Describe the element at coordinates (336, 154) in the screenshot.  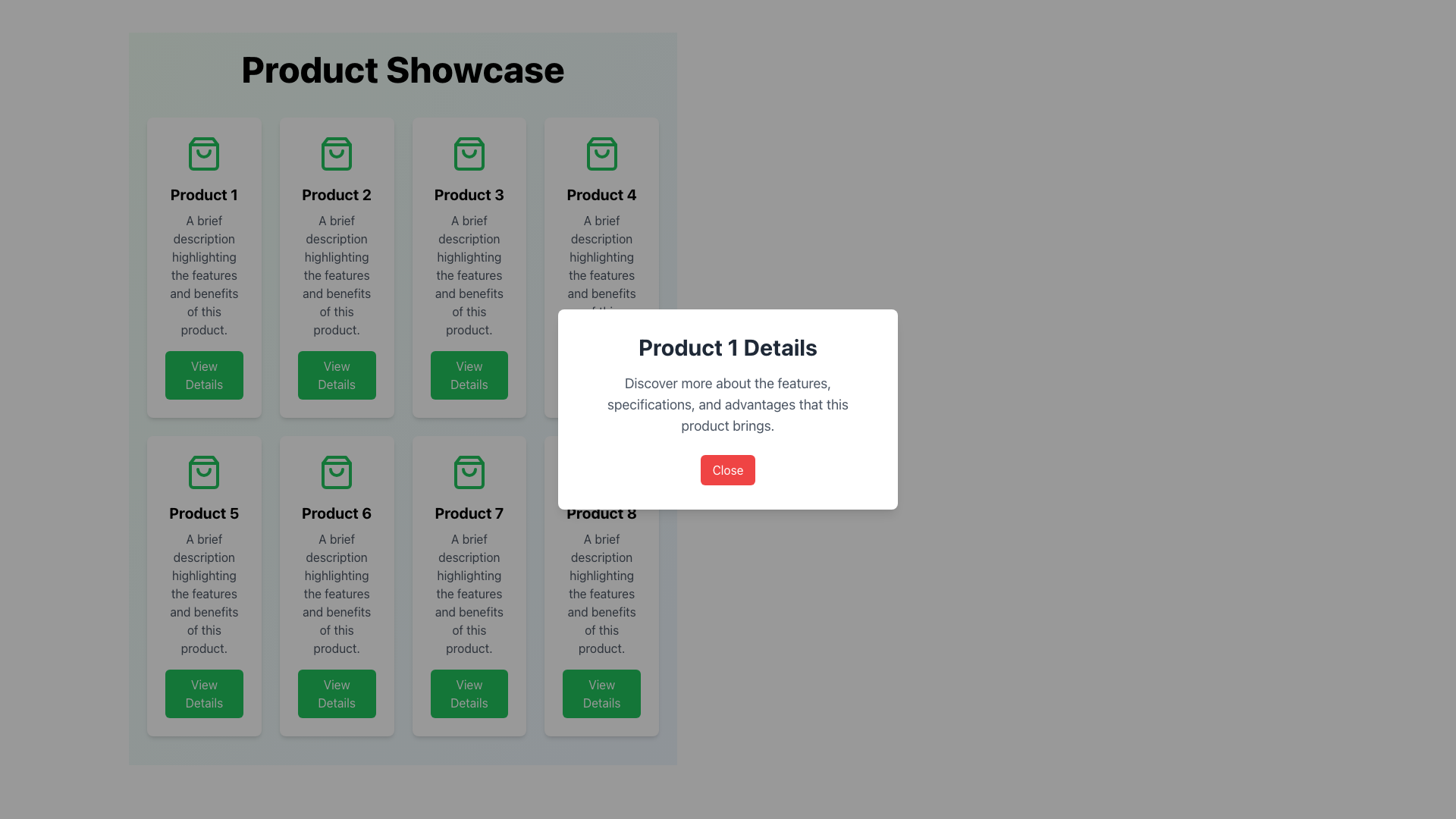
I see `the decorative icon located at the top center of the 'Product 2' card` at that location.